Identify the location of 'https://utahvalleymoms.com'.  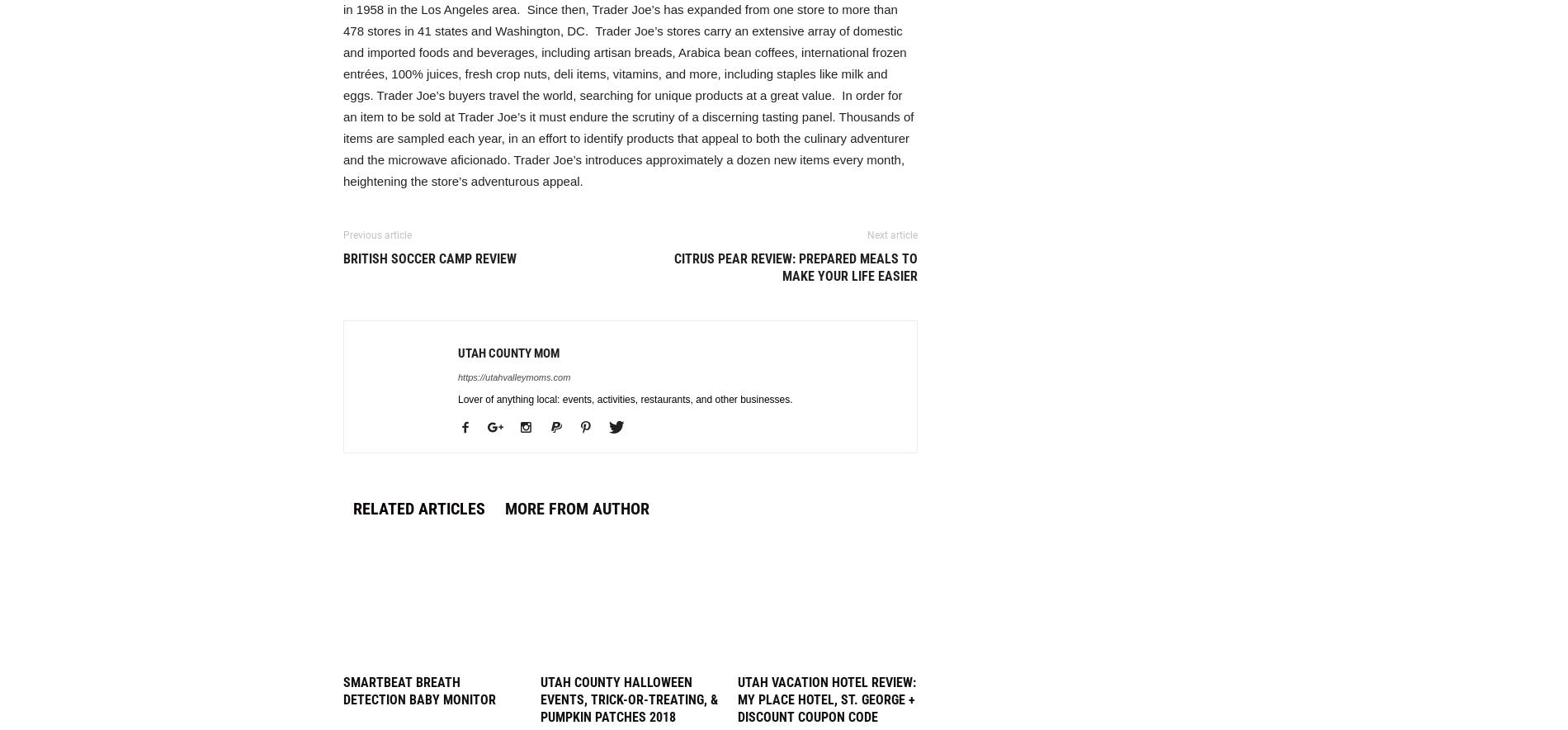
(514, 377).